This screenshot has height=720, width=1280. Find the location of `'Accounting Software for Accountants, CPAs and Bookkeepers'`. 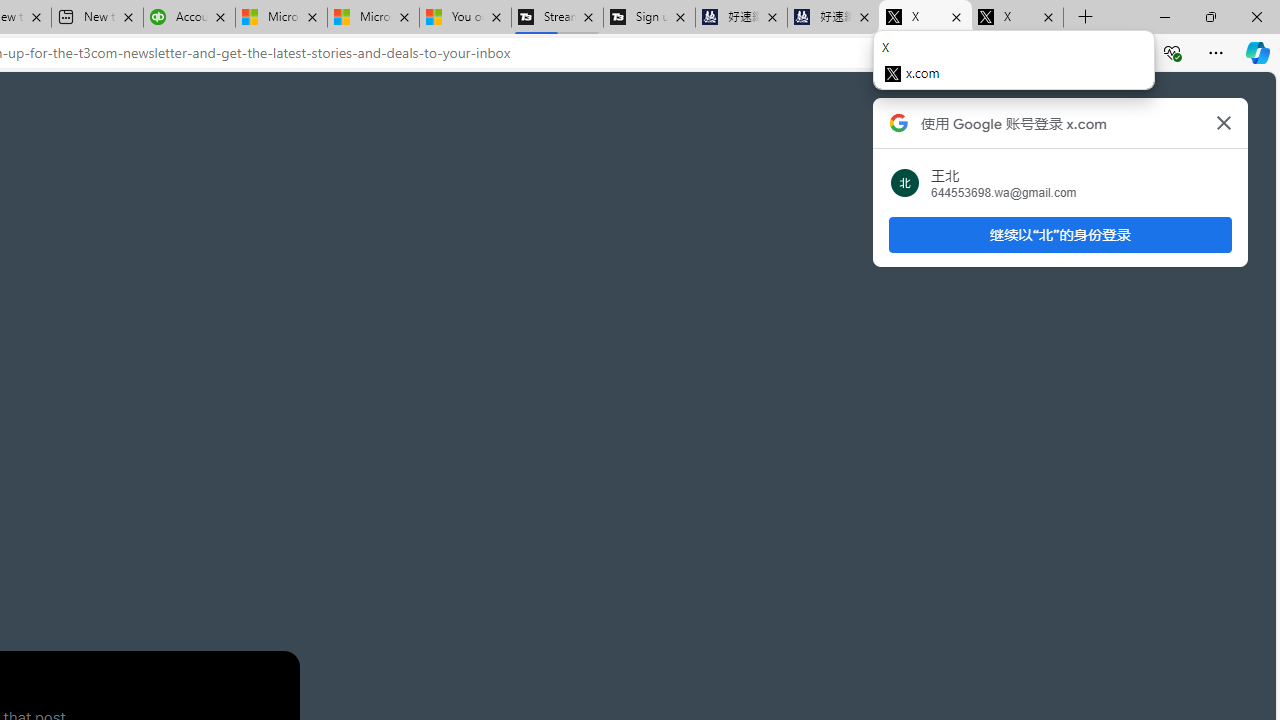

'Accounting Software for Accountants, CPAs and Bookkeepers' is located at coordinates (189, 17).